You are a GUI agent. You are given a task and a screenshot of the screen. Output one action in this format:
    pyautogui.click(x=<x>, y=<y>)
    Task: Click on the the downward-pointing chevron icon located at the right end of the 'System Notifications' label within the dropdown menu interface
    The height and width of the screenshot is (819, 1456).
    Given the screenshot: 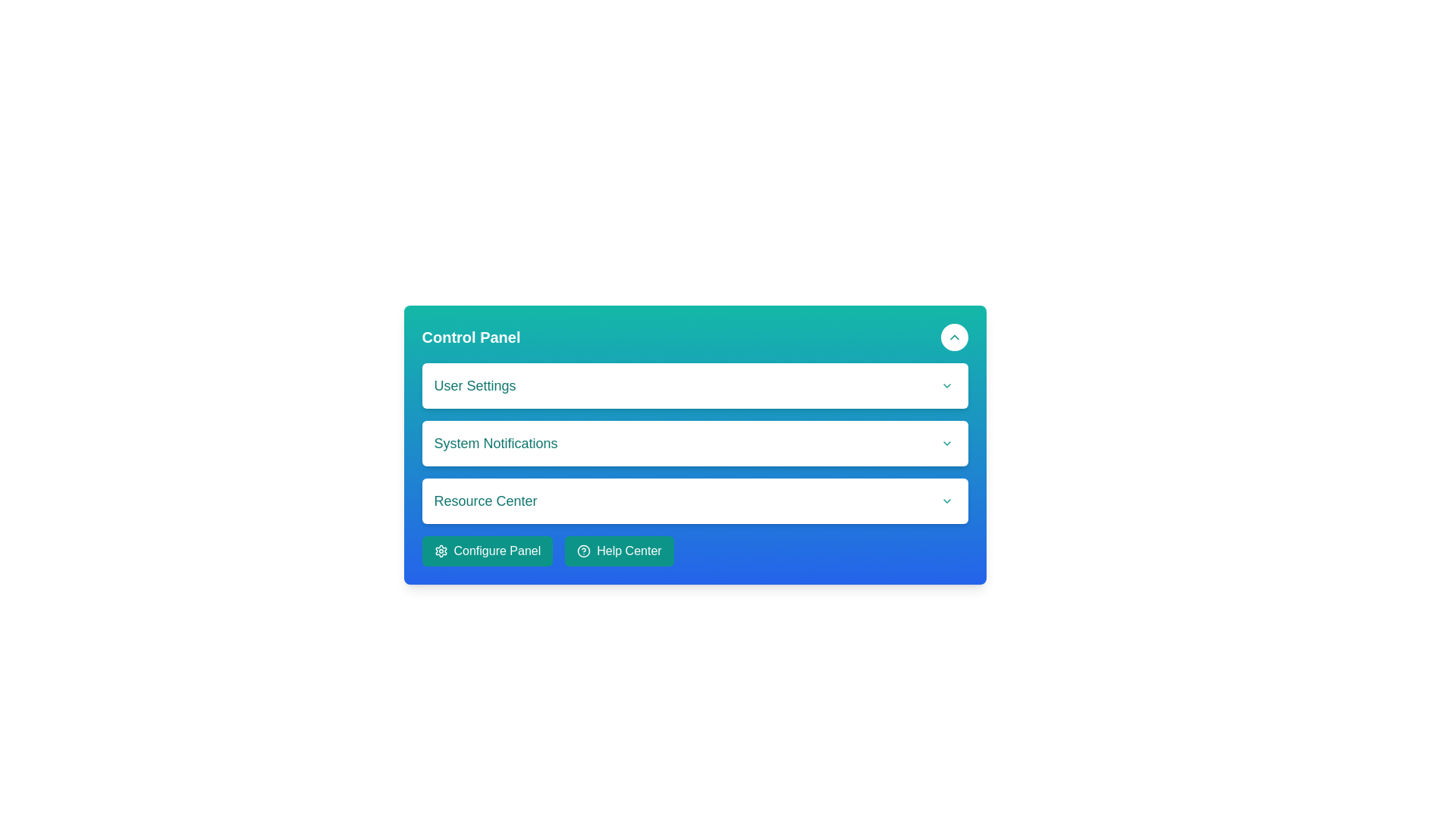 What is the action you would take?
    pyautogui.click(x=946, y=444)
    